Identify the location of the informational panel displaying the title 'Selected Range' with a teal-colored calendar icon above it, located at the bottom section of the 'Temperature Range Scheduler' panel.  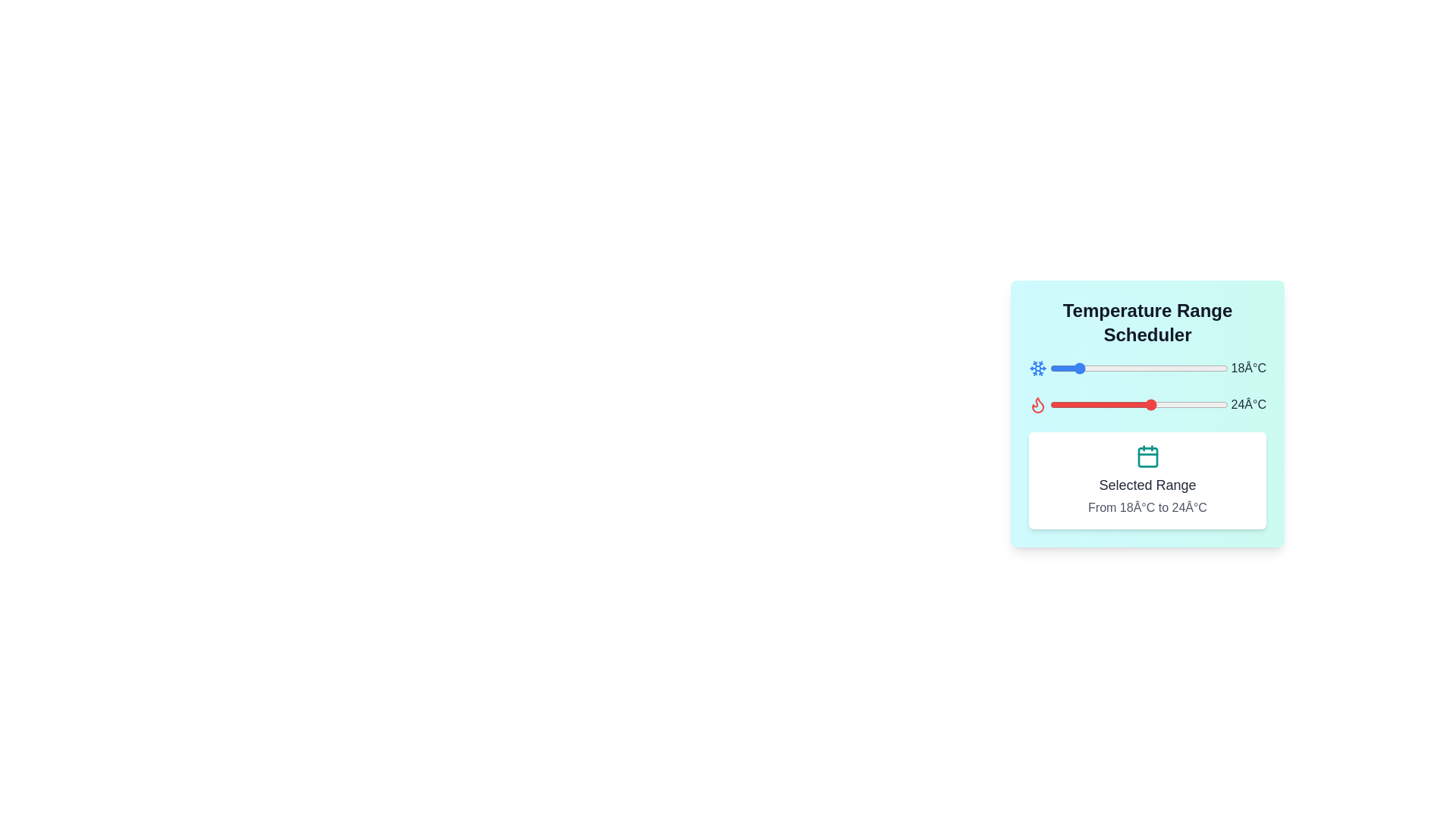
(1147, 480).